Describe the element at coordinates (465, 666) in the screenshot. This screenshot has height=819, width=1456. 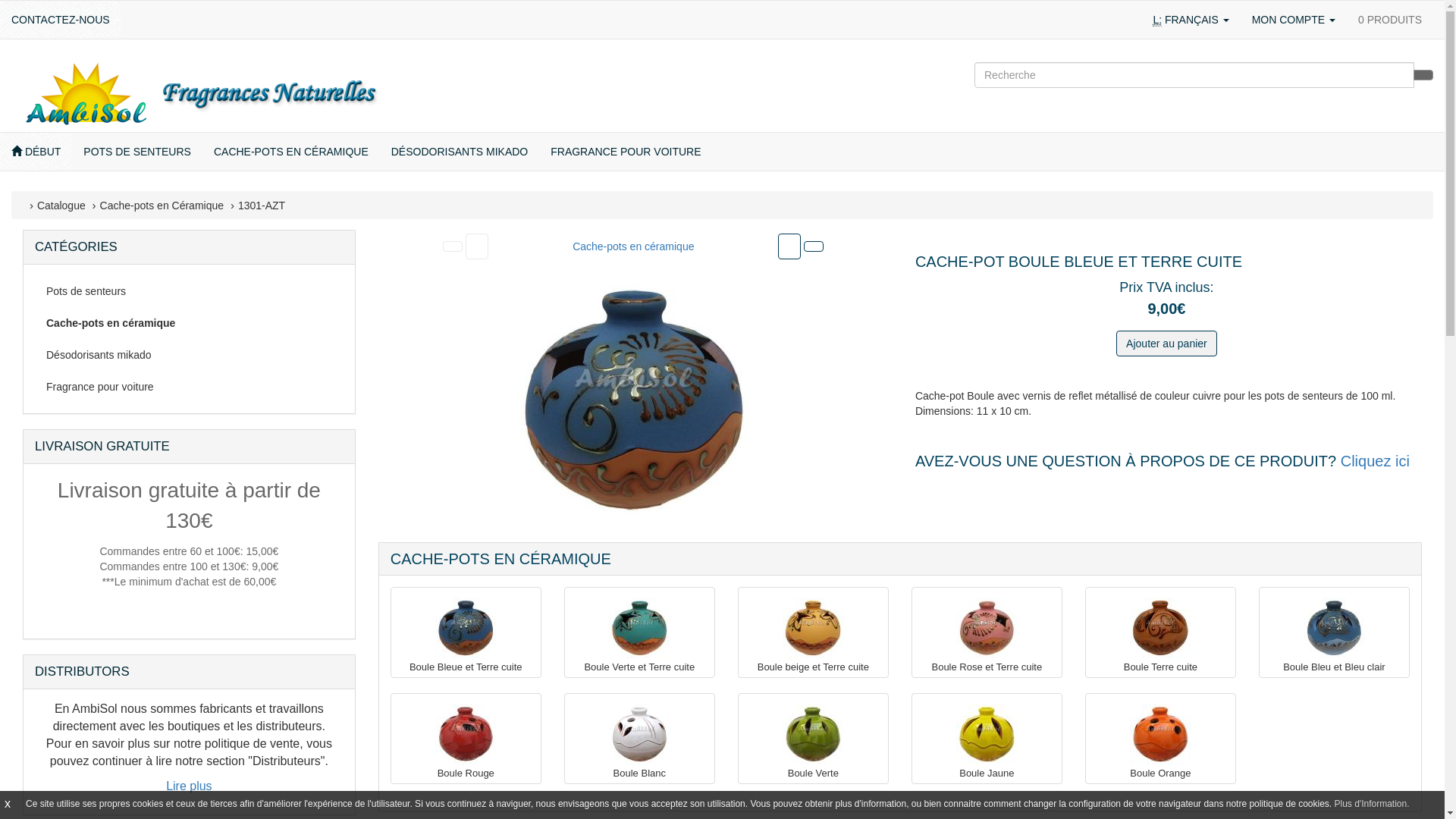
I see `'Boule Bleue et Terre cuite'` at that location.